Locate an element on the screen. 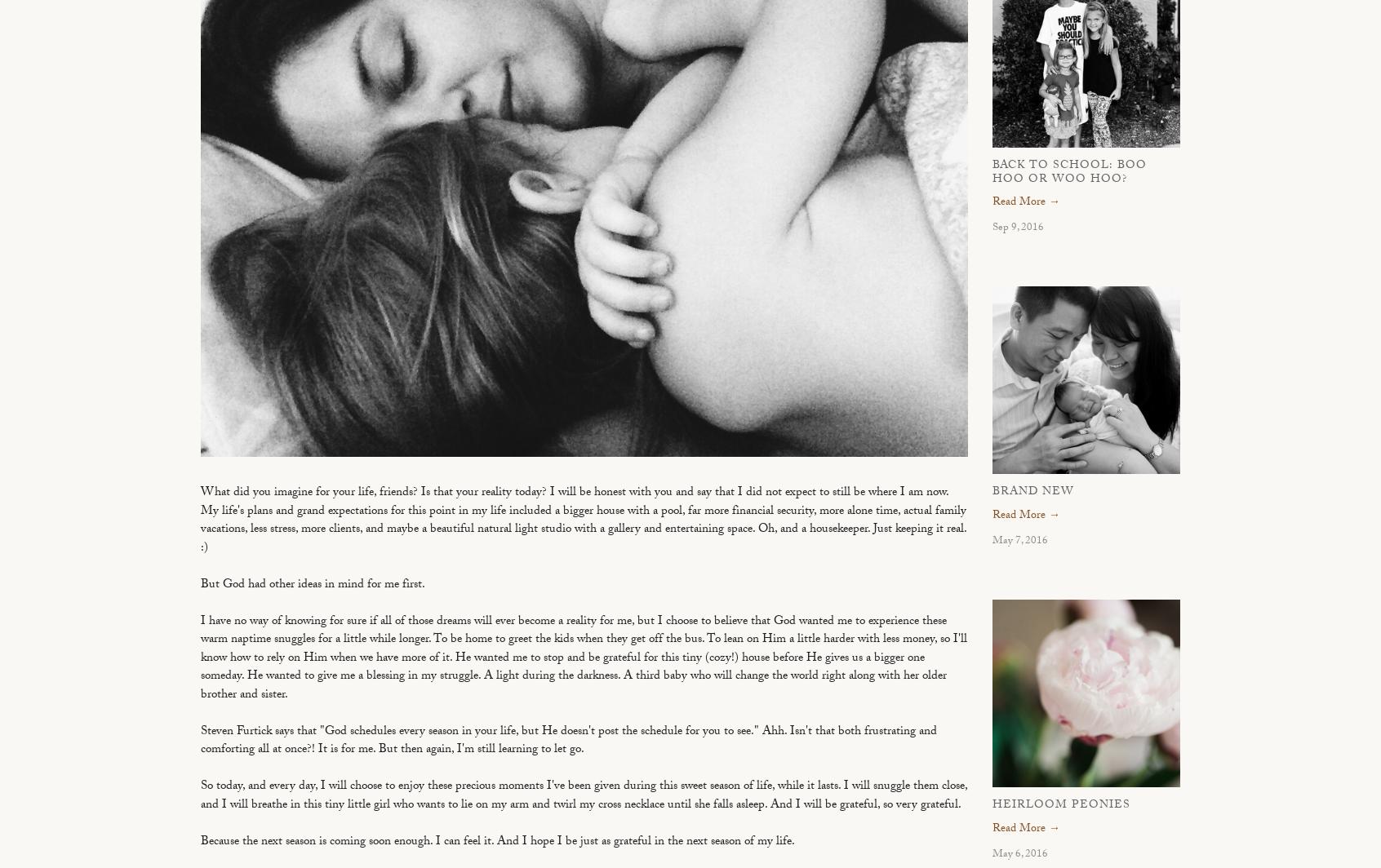 This screenshot has height=868, width=1381. 'May 6, 2016' is located at coordinates (1020, 853).